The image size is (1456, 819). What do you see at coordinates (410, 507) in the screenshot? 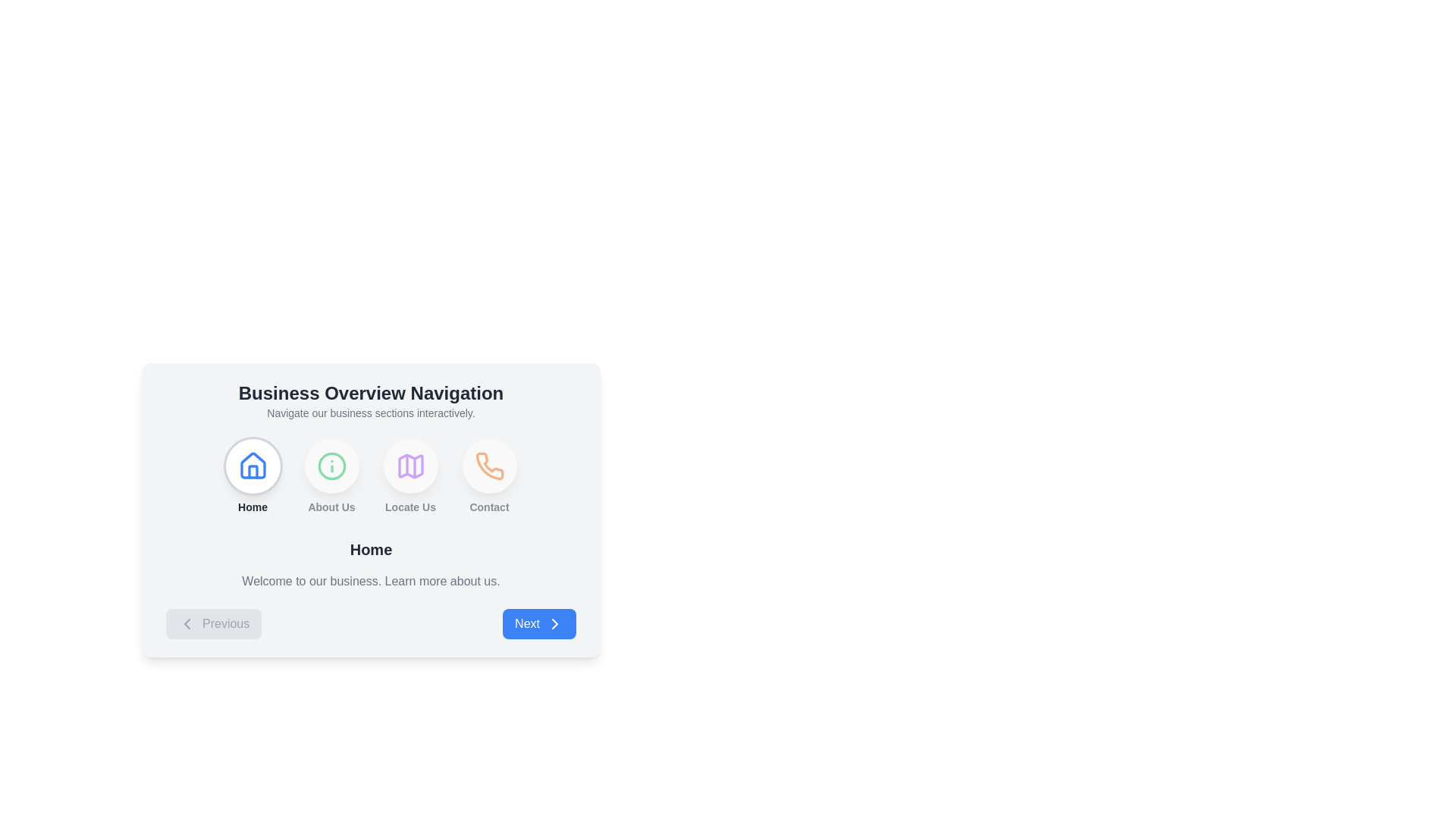
I see `the text label displaying 'Locate Us', which is styled in a smaller bold font and positioned below a map icon, as part of the navigation options` at bounding box center [410, 507].